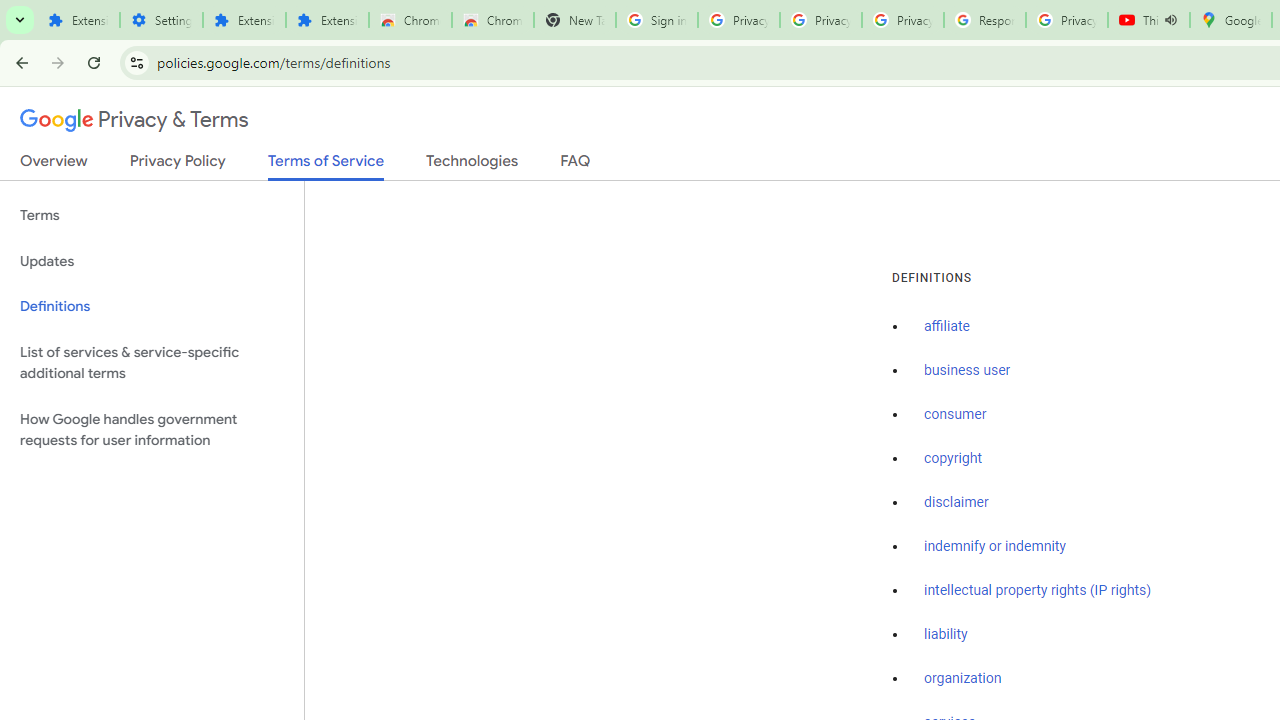 This screenshot has width=1280, height=720. Describe the element at coordinates (326, 165) in the screenshot. I see `'Terms of Service'` at that location.